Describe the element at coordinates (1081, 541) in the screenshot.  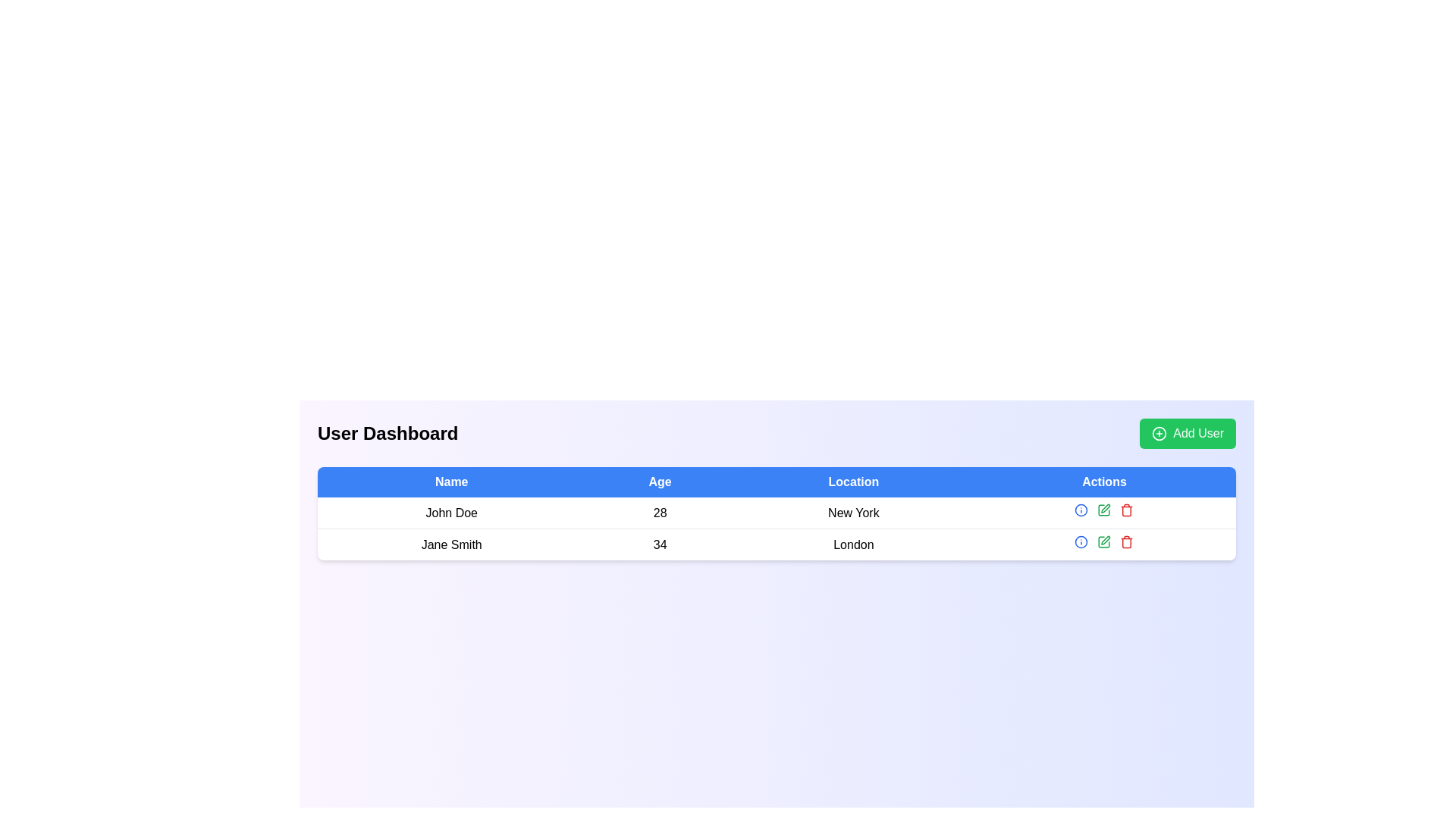
I see `the blue circular icon button representing information or help functionality located` at that location.